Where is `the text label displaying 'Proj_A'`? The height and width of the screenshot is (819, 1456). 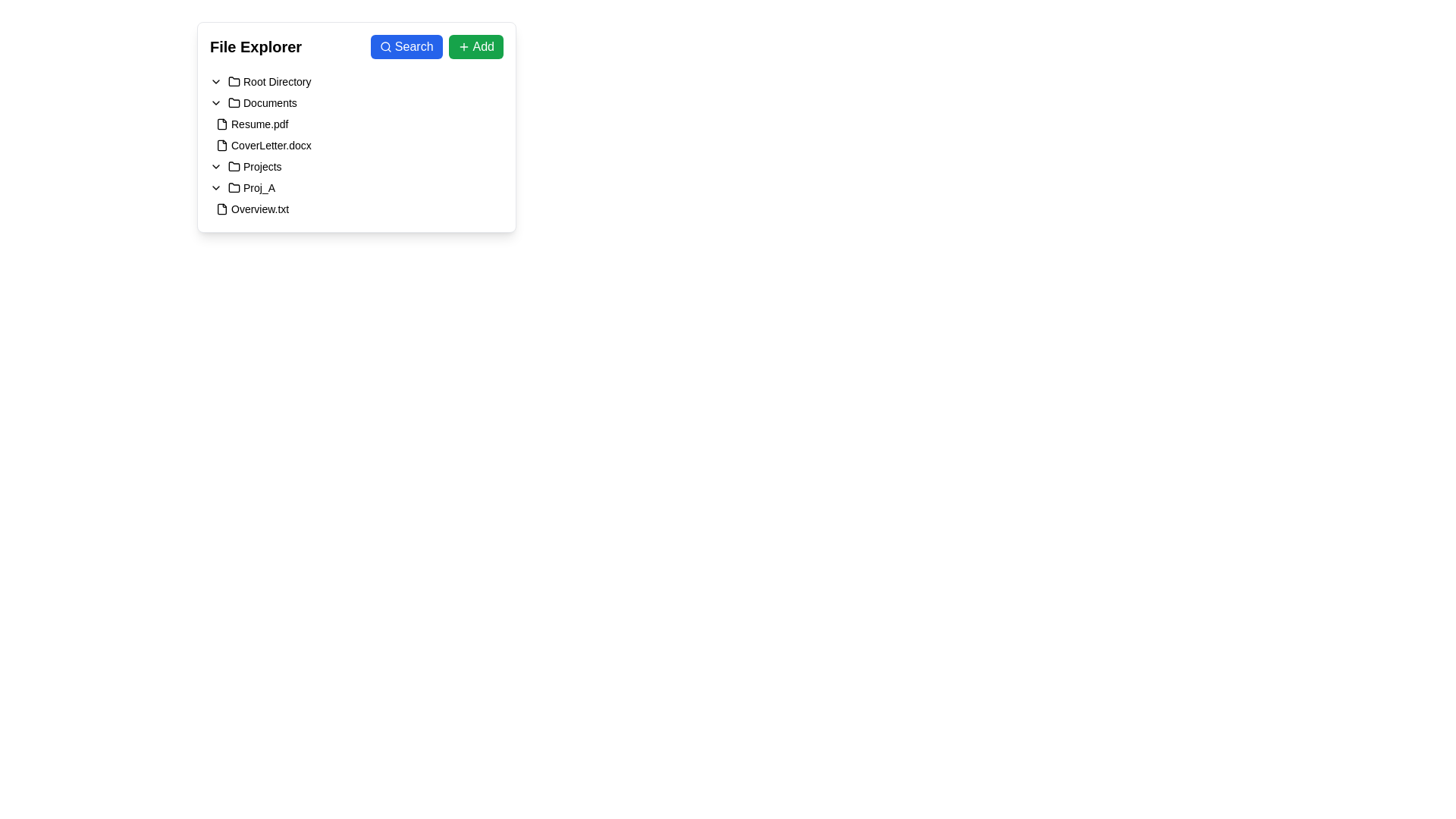
the text label displaying 'Proj_A' is located at coordinates (259, 187).